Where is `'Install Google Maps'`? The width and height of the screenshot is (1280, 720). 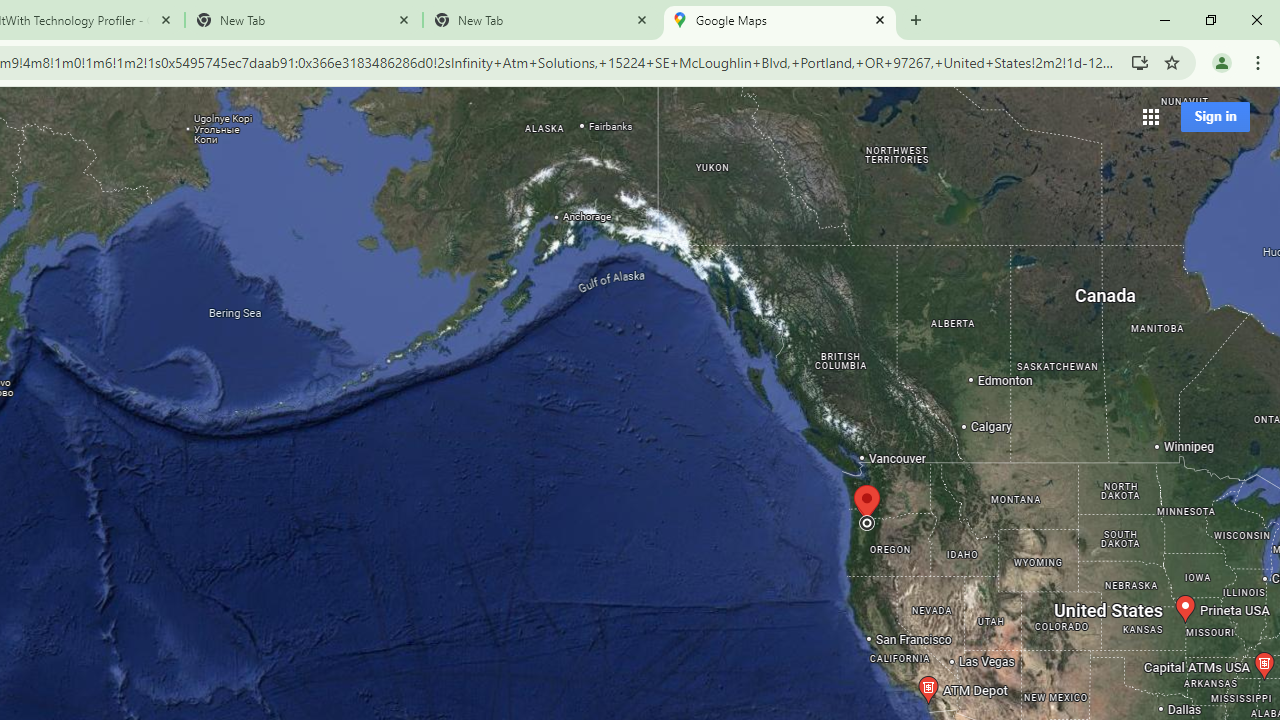 'Install Google Maps' is located at coordinates (1139, 61).